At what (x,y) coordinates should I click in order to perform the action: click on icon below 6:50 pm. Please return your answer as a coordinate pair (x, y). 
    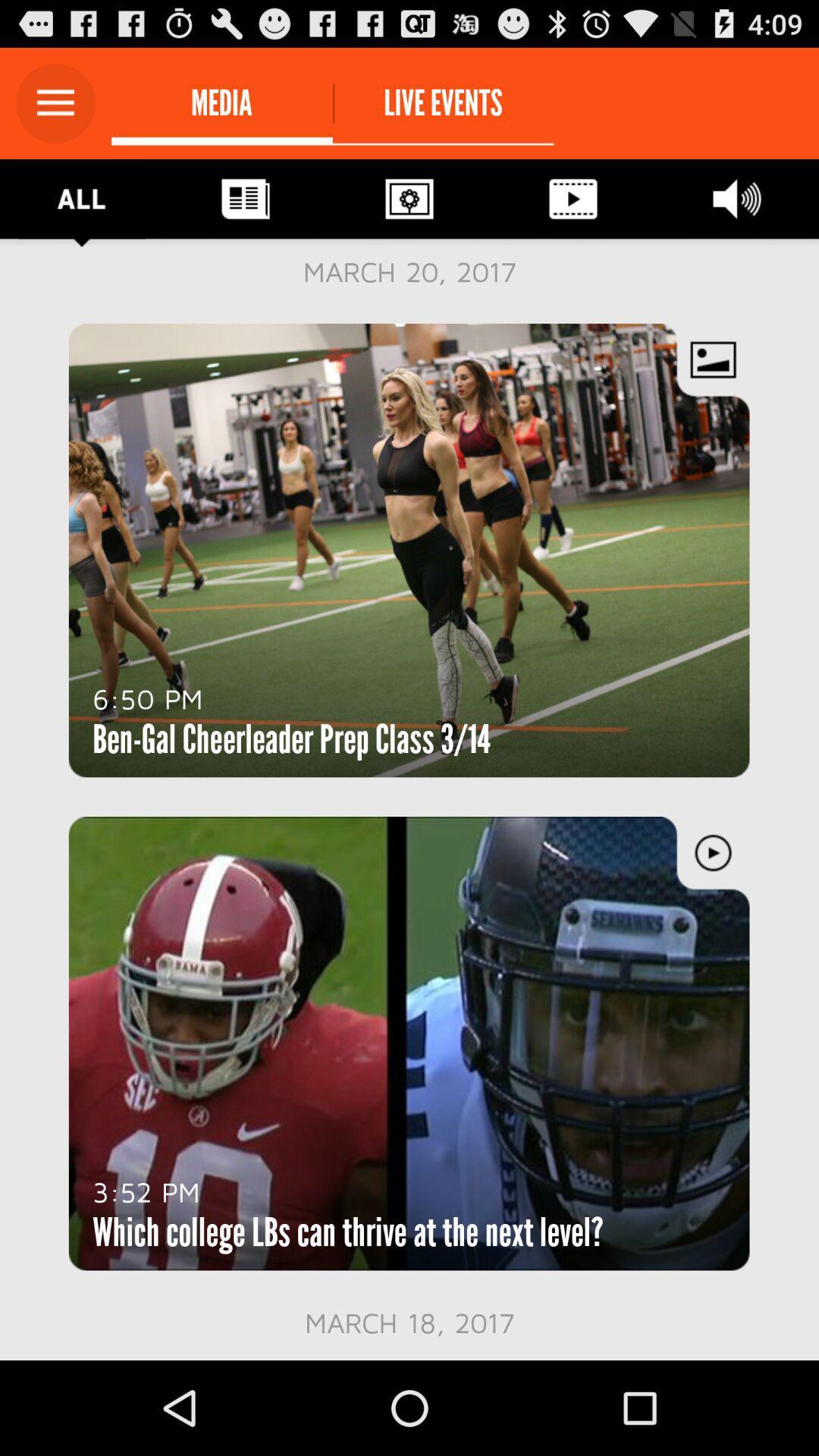
    Looking at the image, I should click on (291, 739).